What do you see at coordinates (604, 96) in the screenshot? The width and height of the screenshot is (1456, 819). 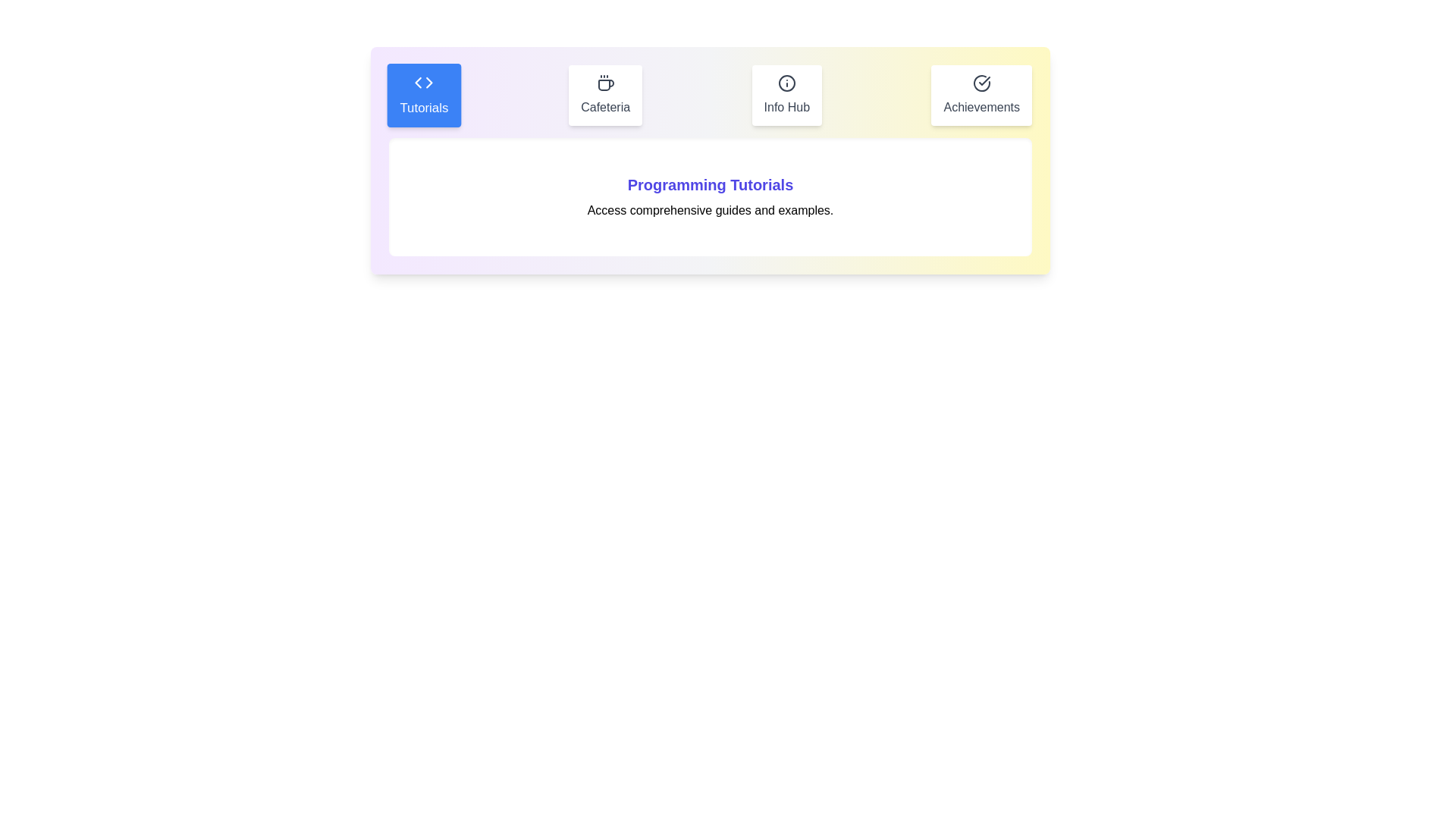 I see `the Cafeteria tab to view its content` at bounding box center [604, 96].